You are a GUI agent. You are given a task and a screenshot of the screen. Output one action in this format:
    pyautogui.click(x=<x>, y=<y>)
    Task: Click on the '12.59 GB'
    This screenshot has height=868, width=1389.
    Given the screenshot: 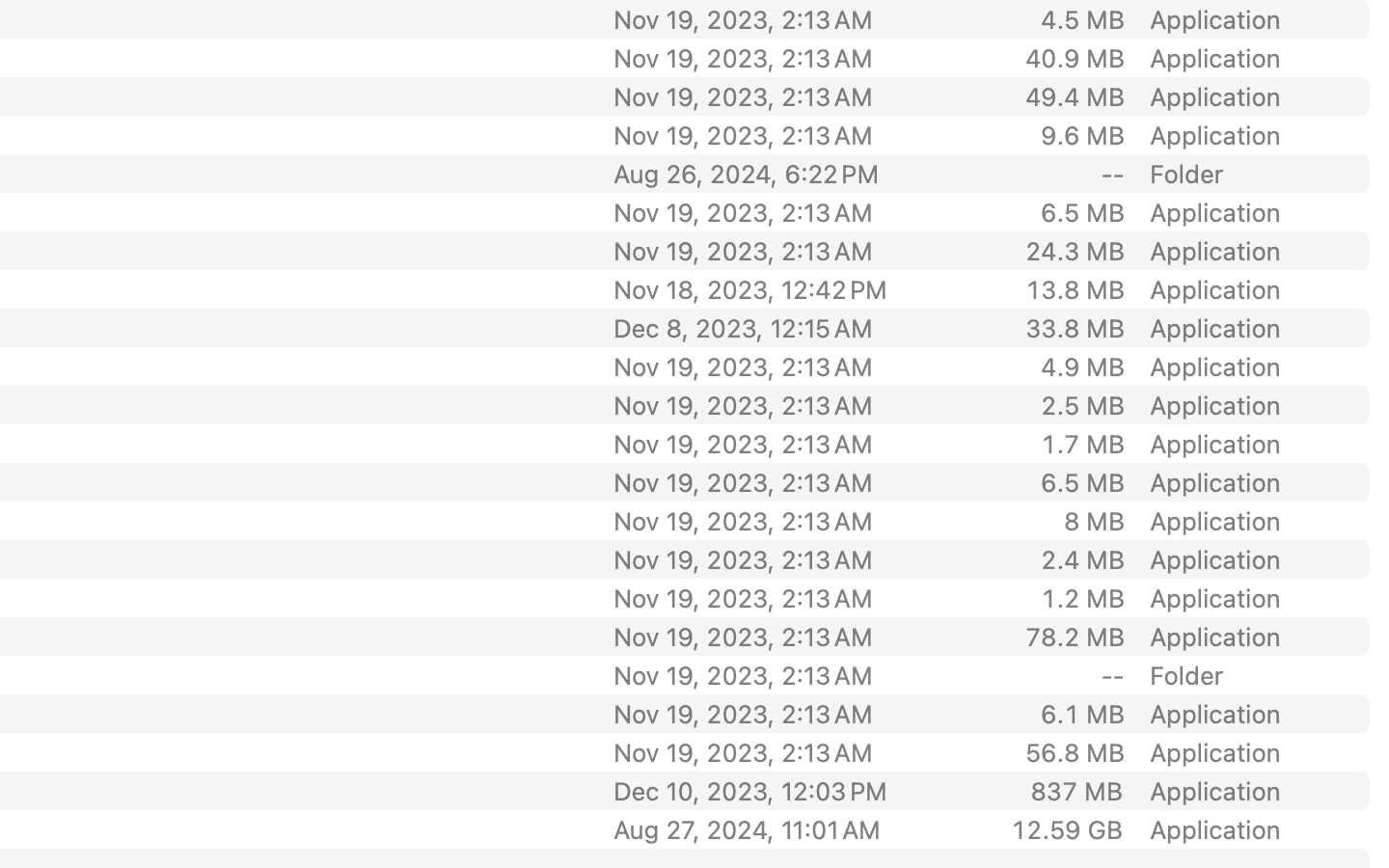 What is the action you would take?
    pyautogui.click(x=1066, y=829)
    